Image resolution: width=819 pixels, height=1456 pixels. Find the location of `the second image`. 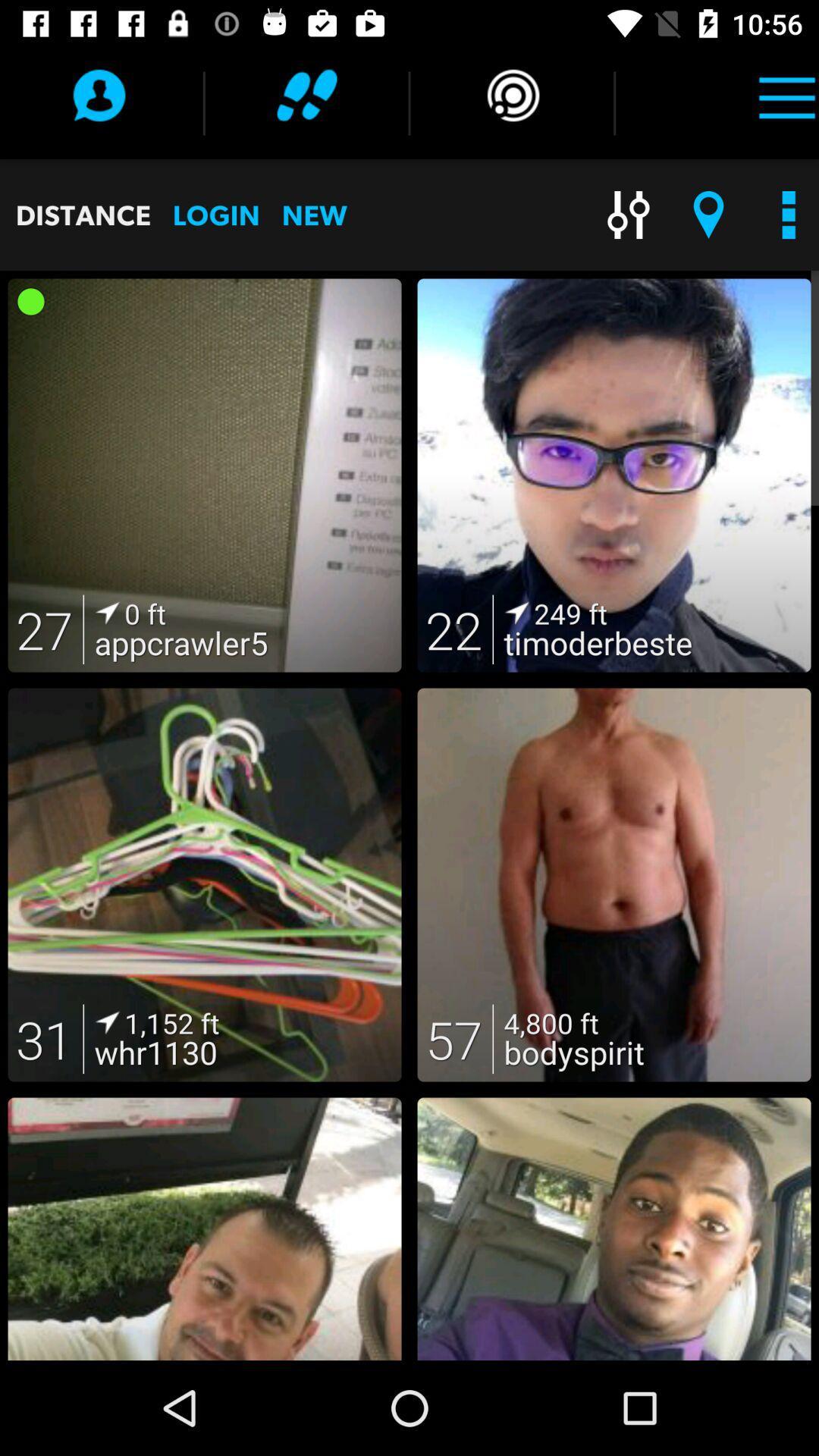

the second image is located at coordinates (614, 475).